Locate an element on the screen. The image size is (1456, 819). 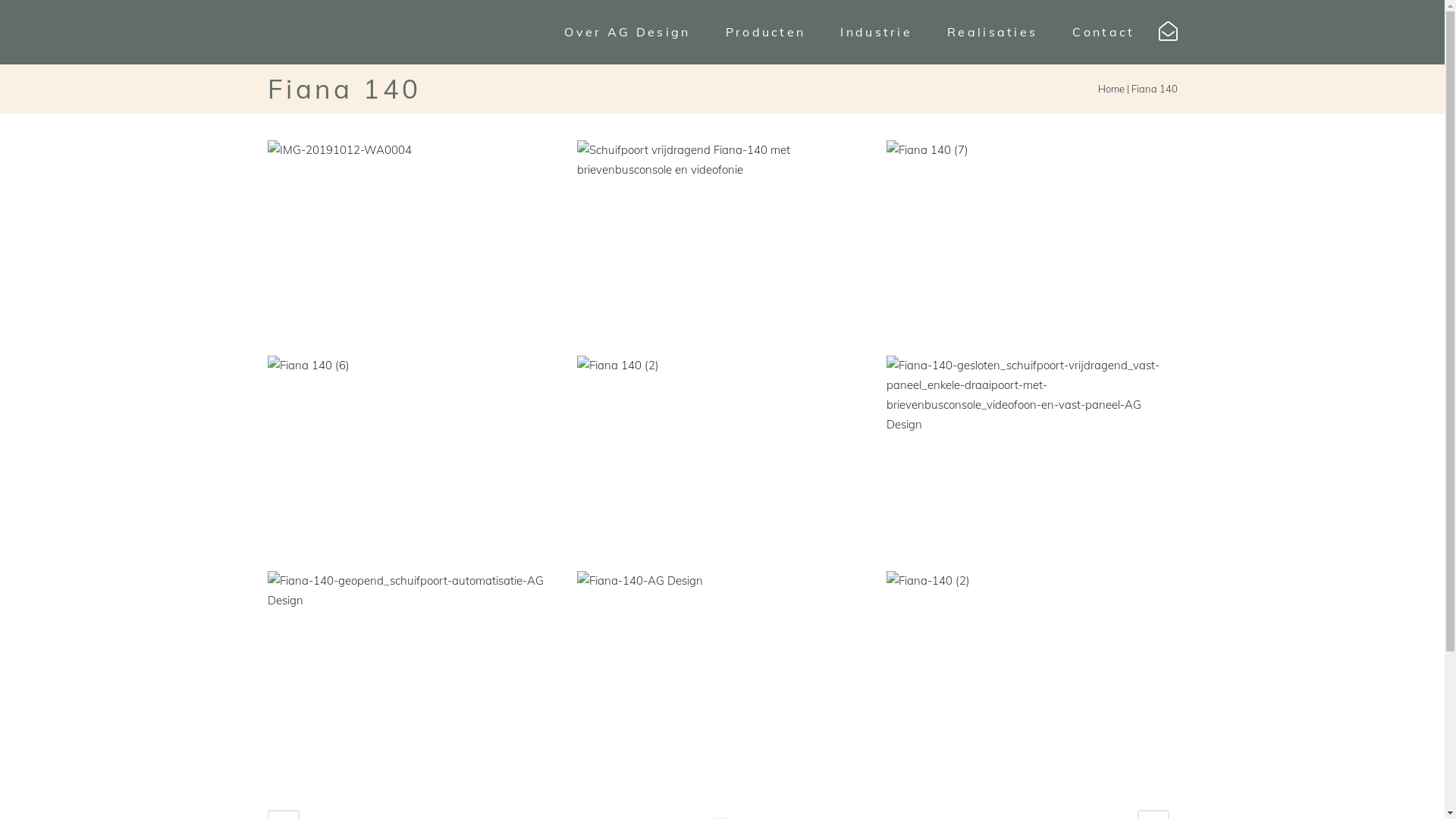
'Fiana 140 (6)' is located at coordinates (413, 453).